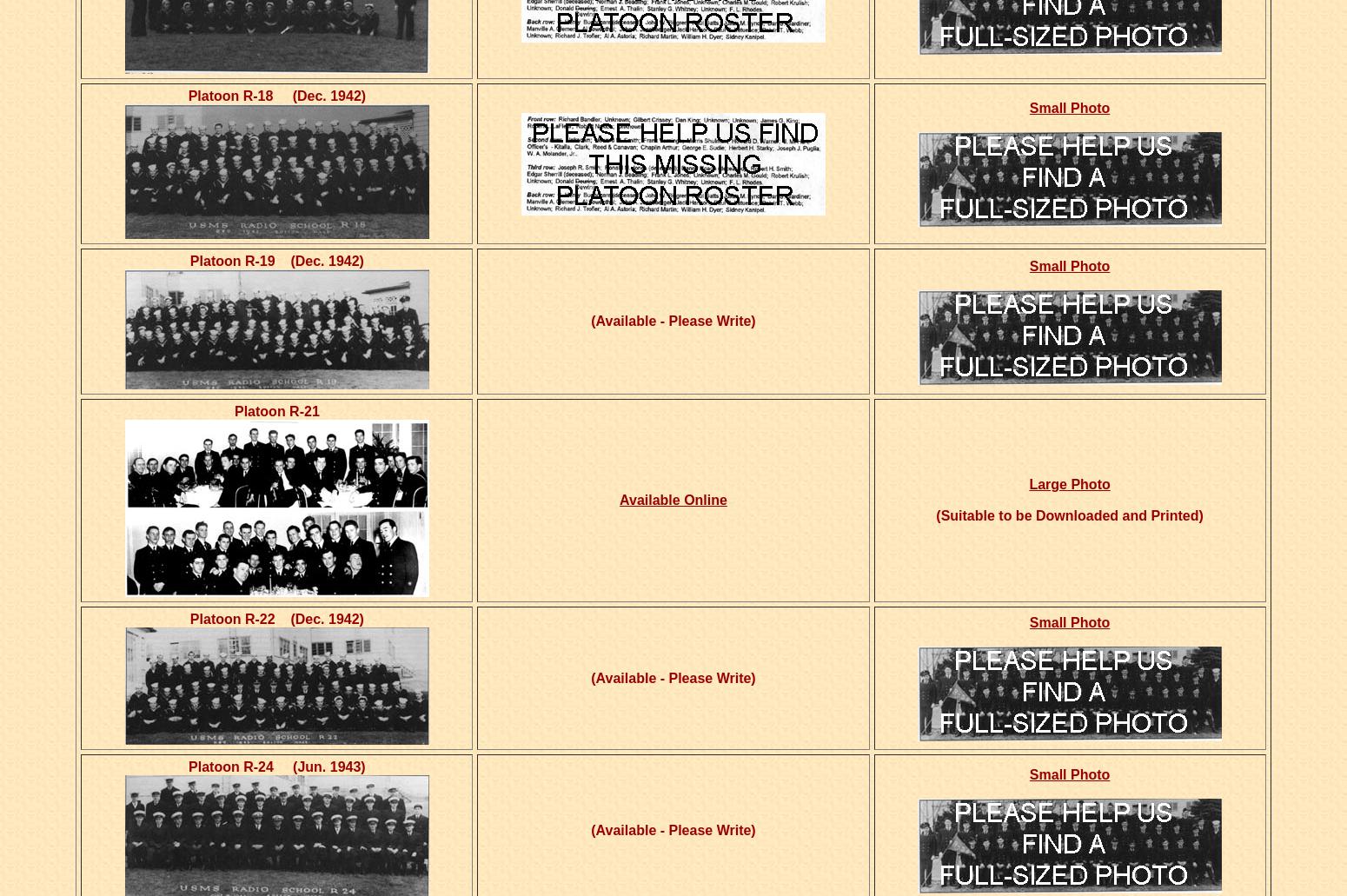 This screenshot has height=896, width=1347. What do you see at coordinates (275, 619) in the screenshot?
I see `'Platoon R-22    (Dec. 
                
                1942)'` at bounding box center [275, 619].